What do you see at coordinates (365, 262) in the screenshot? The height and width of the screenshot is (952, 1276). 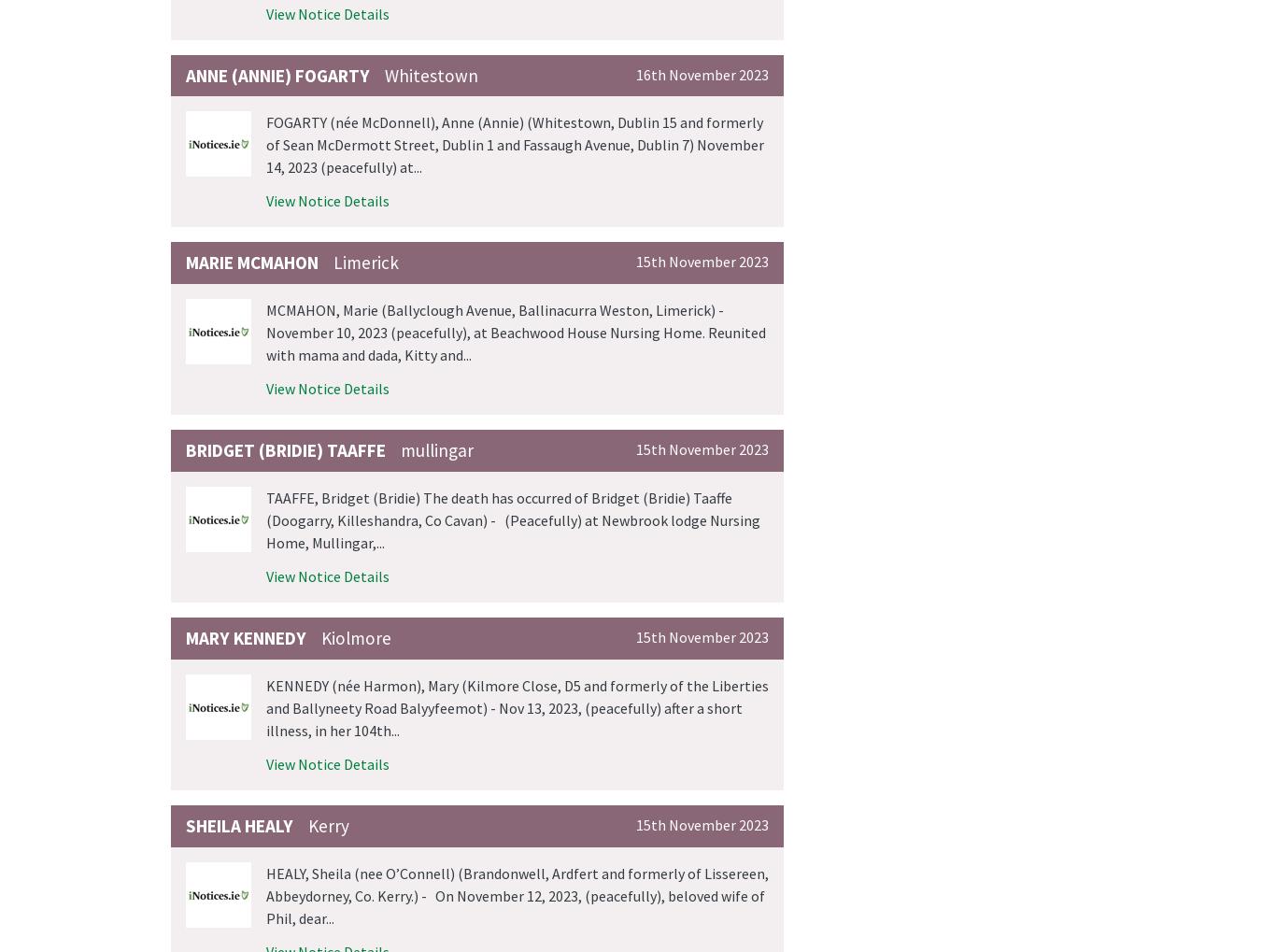 I see `'Limerick'` at bounding box center [365, 262].